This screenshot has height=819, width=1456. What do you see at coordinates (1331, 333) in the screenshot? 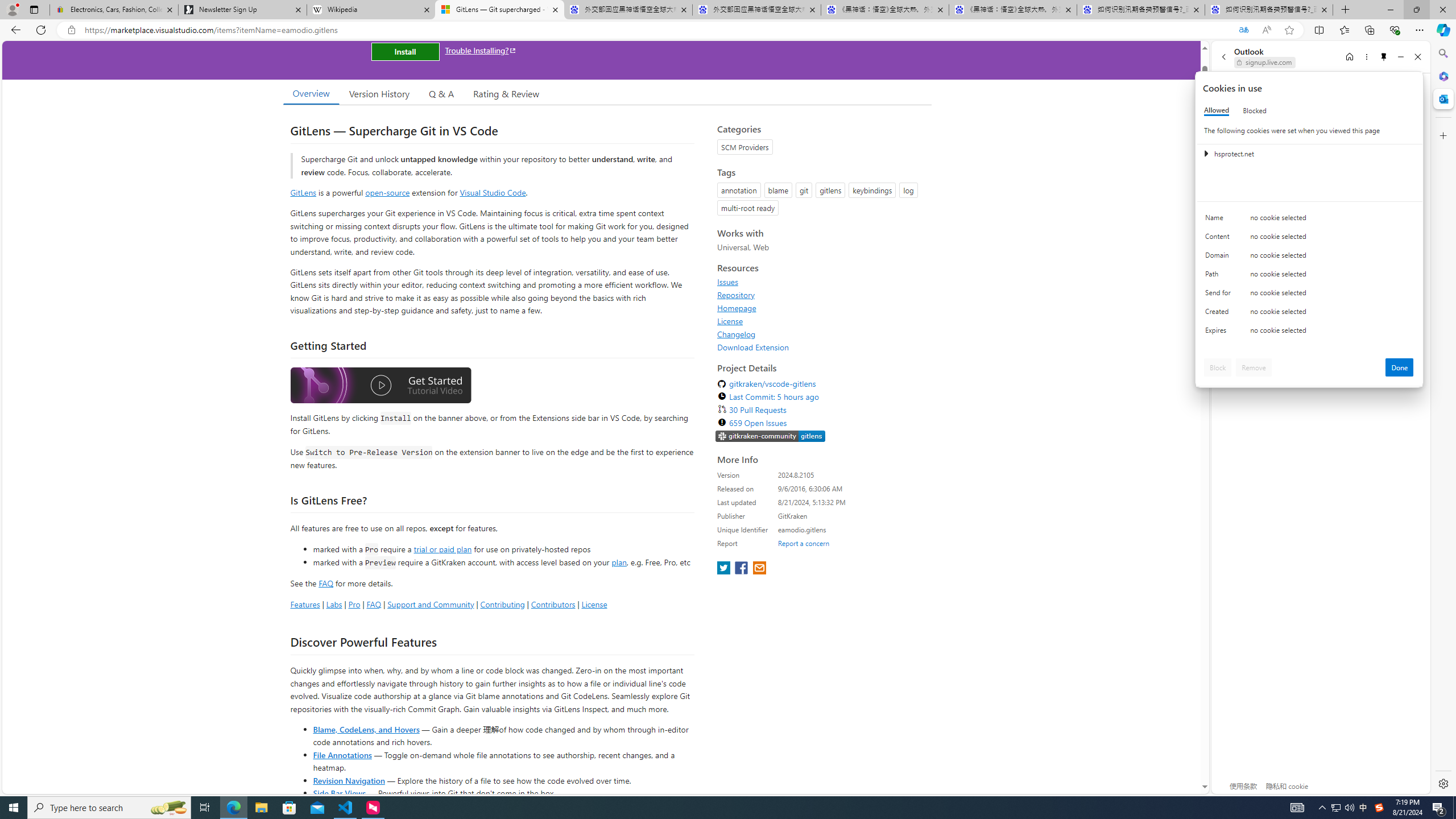
I see `'no cookie selected'` at bounding box center [1331, 333].